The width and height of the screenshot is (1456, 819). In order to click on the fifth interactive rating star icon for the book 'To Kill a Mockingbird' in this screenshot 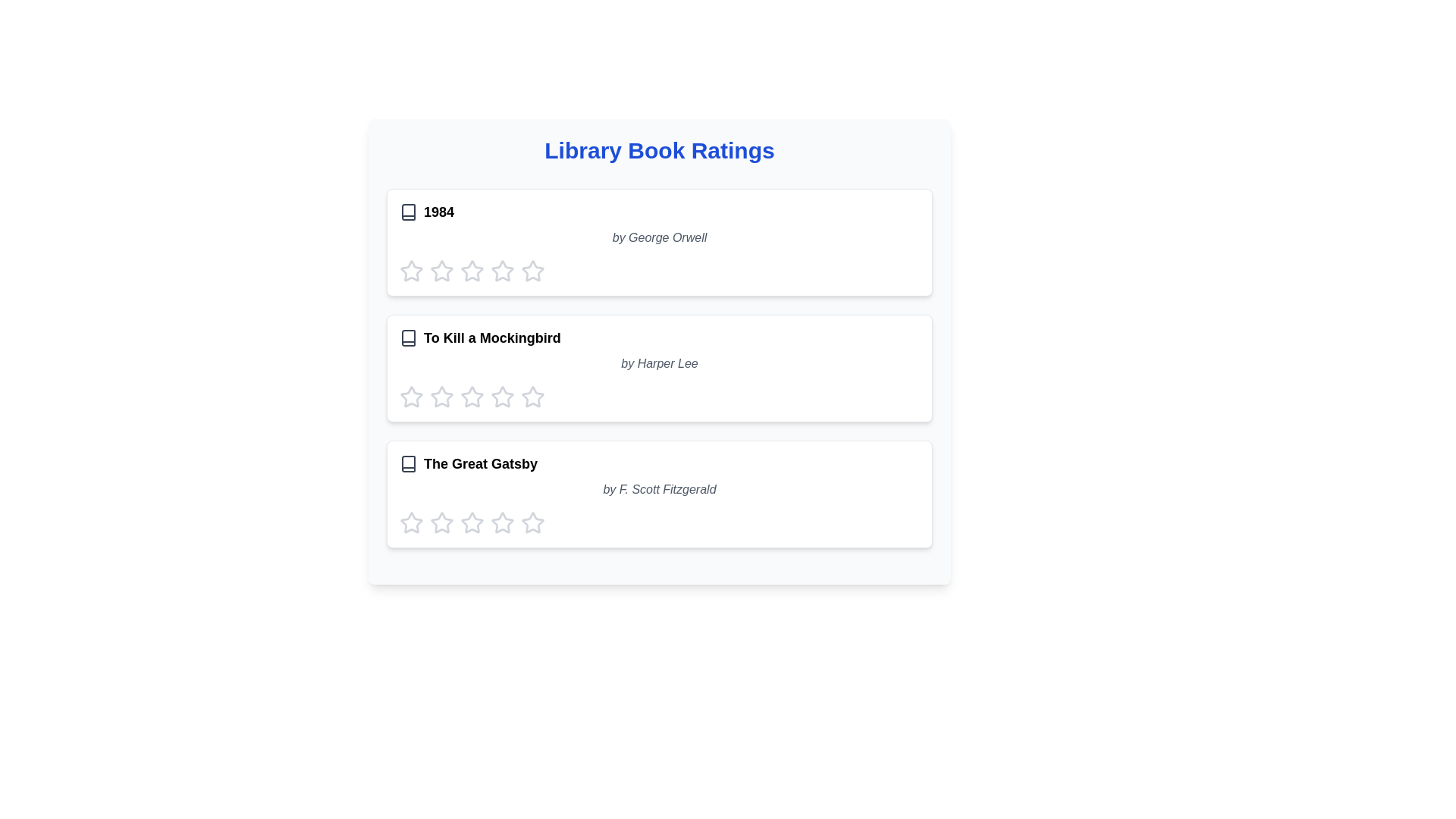, I will do `click(502, 397)`.